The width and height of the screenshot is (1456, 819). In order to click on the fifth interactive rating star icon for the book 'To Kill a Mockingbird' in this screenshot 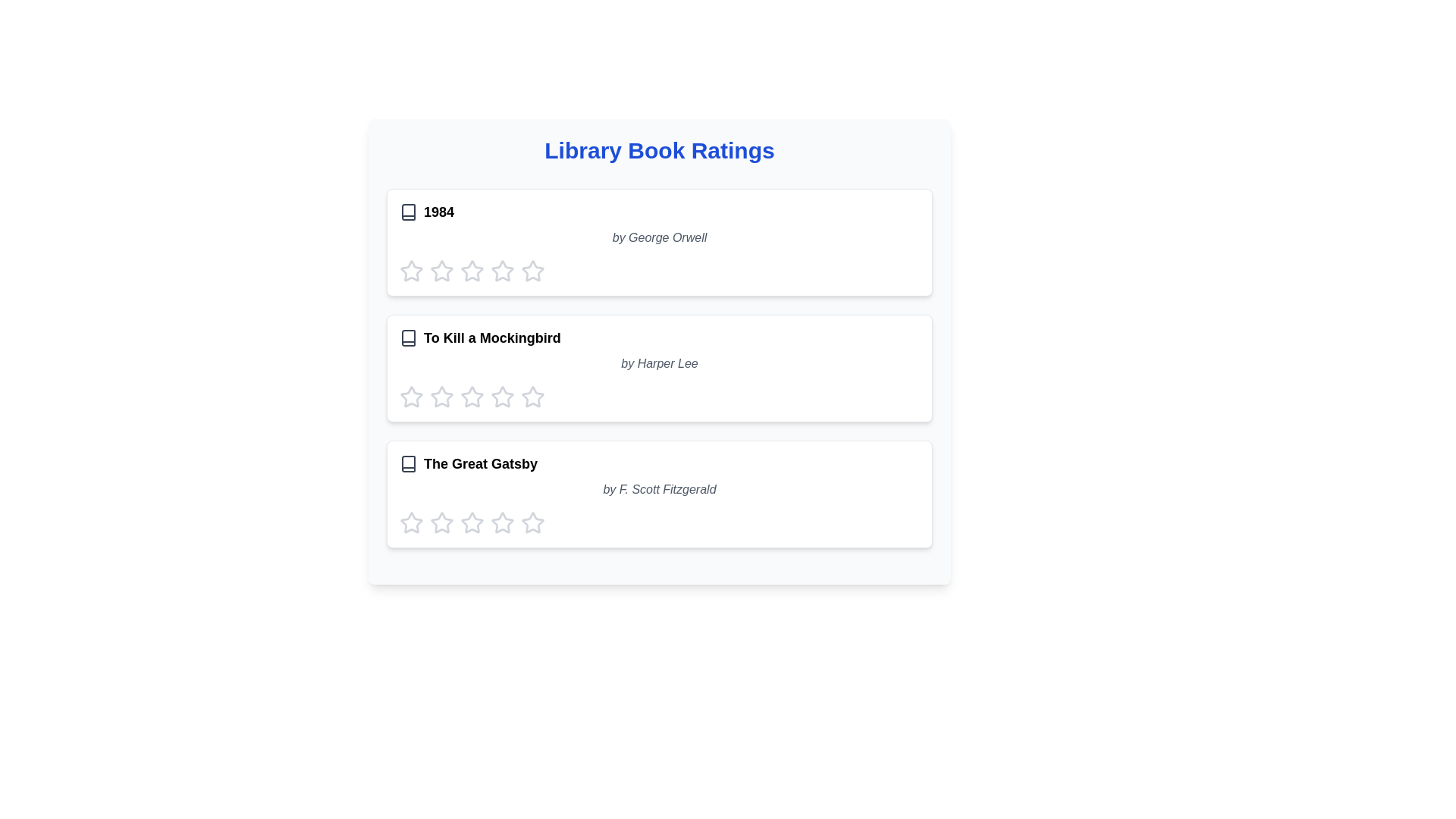, I will do `click(502, 397)`.